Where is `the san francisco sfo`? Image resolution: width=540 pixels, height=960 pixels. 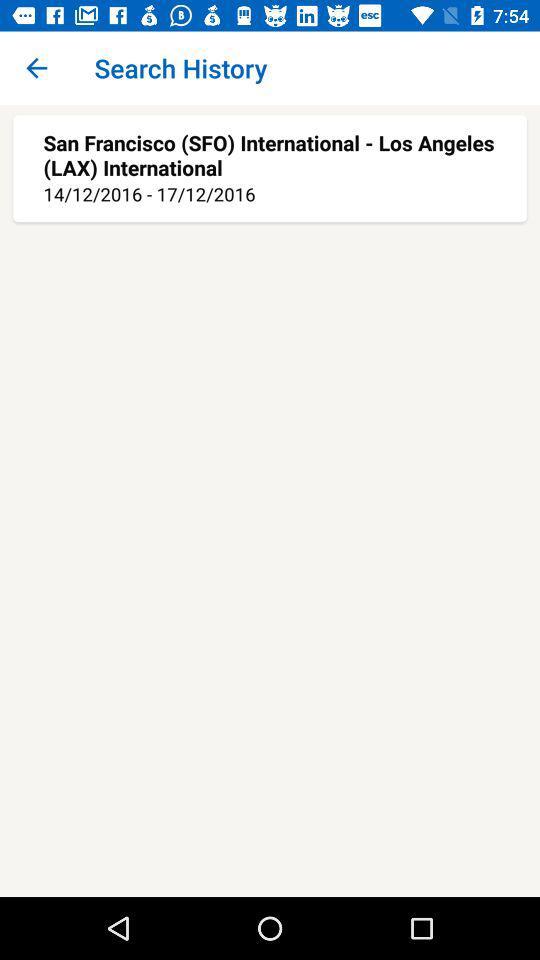 the san francisco sfo is located at coordinates (270, 154).